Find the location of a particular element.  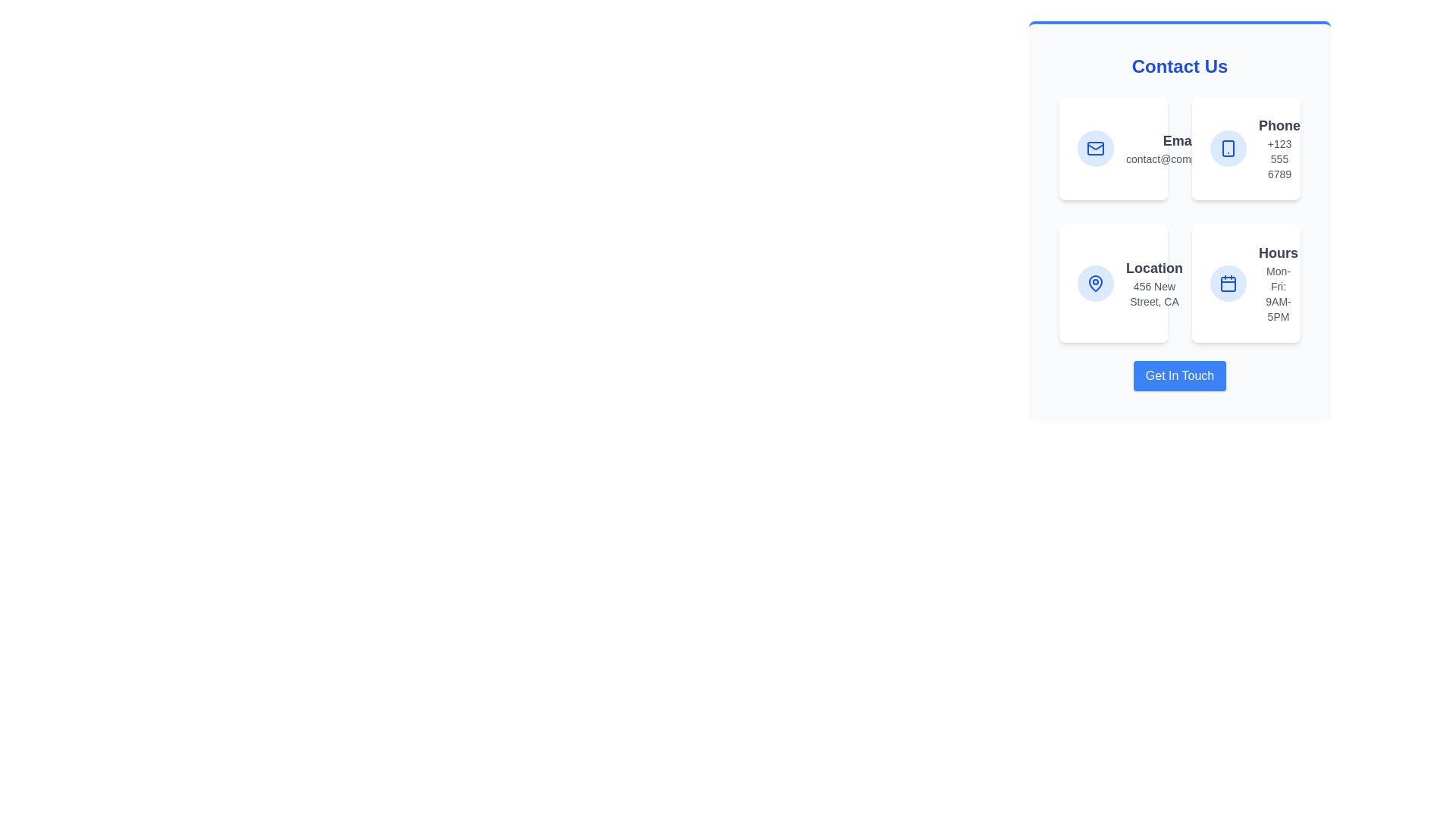

the 'Contact Us' button located in the contact information panel to observe visual feedback is located at coordinates (1178, 375).